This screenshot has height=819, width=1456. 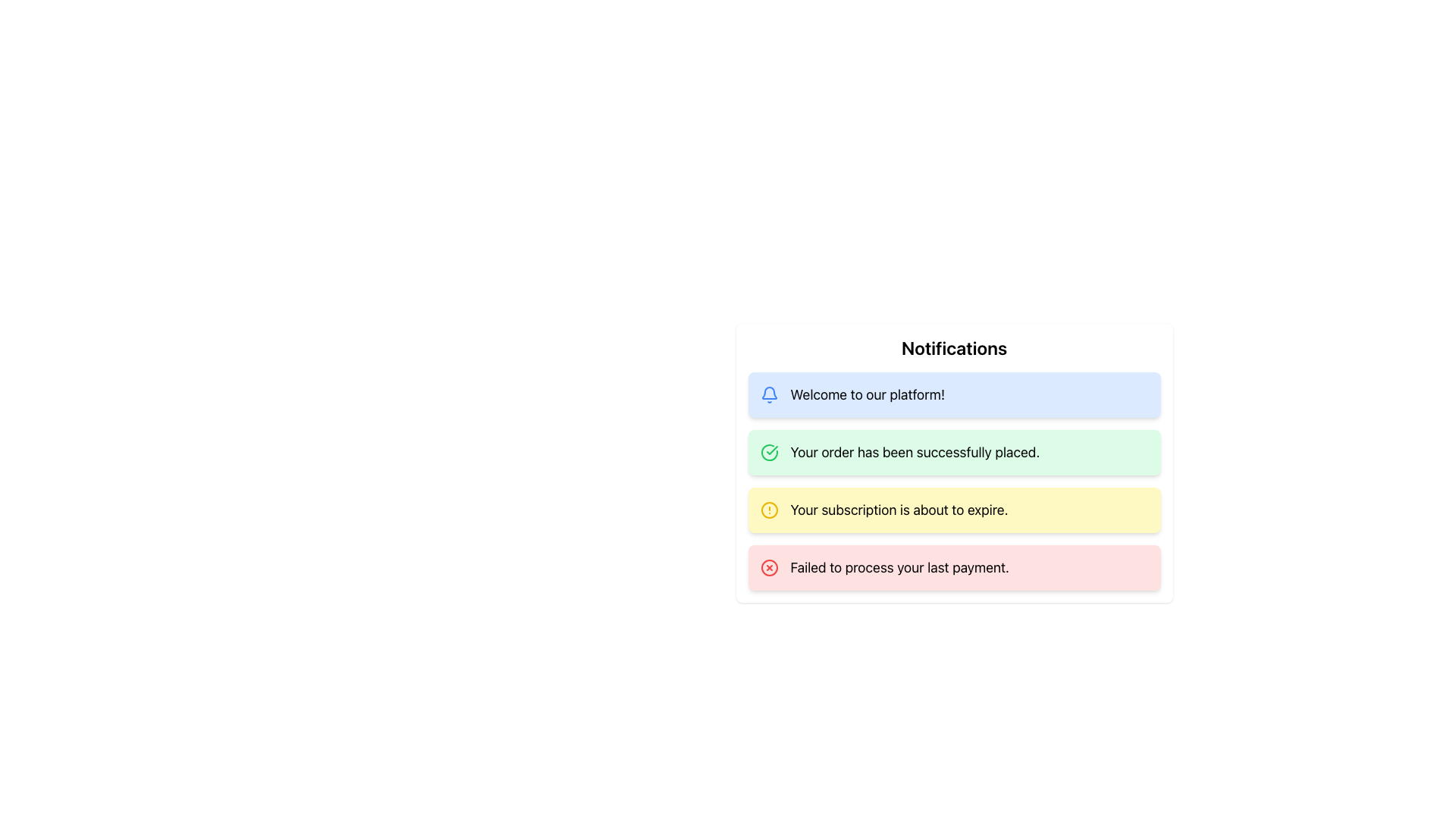 What do you see at coordinates (953, 482) in the screenshot?
I see `the second informational notification that conveys a successful order placement message, located under the 'Notifications' heading in the white box` at bounding box center [953, 482].